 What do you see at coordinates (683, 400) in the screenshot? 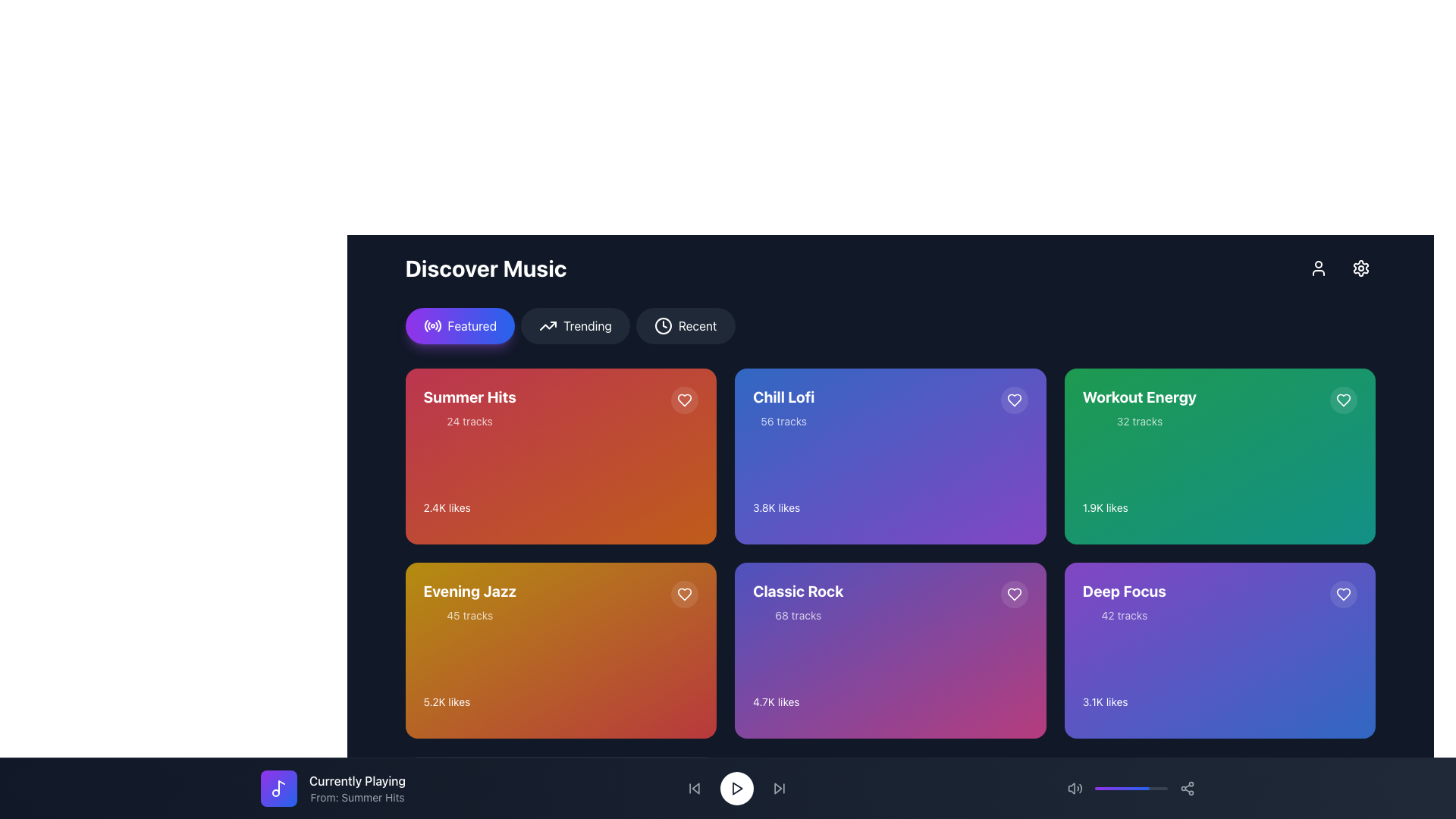
I see `the heart icon located at the top-right corner of the 'Summer Hits' music card` at bounding box center [683, 400].